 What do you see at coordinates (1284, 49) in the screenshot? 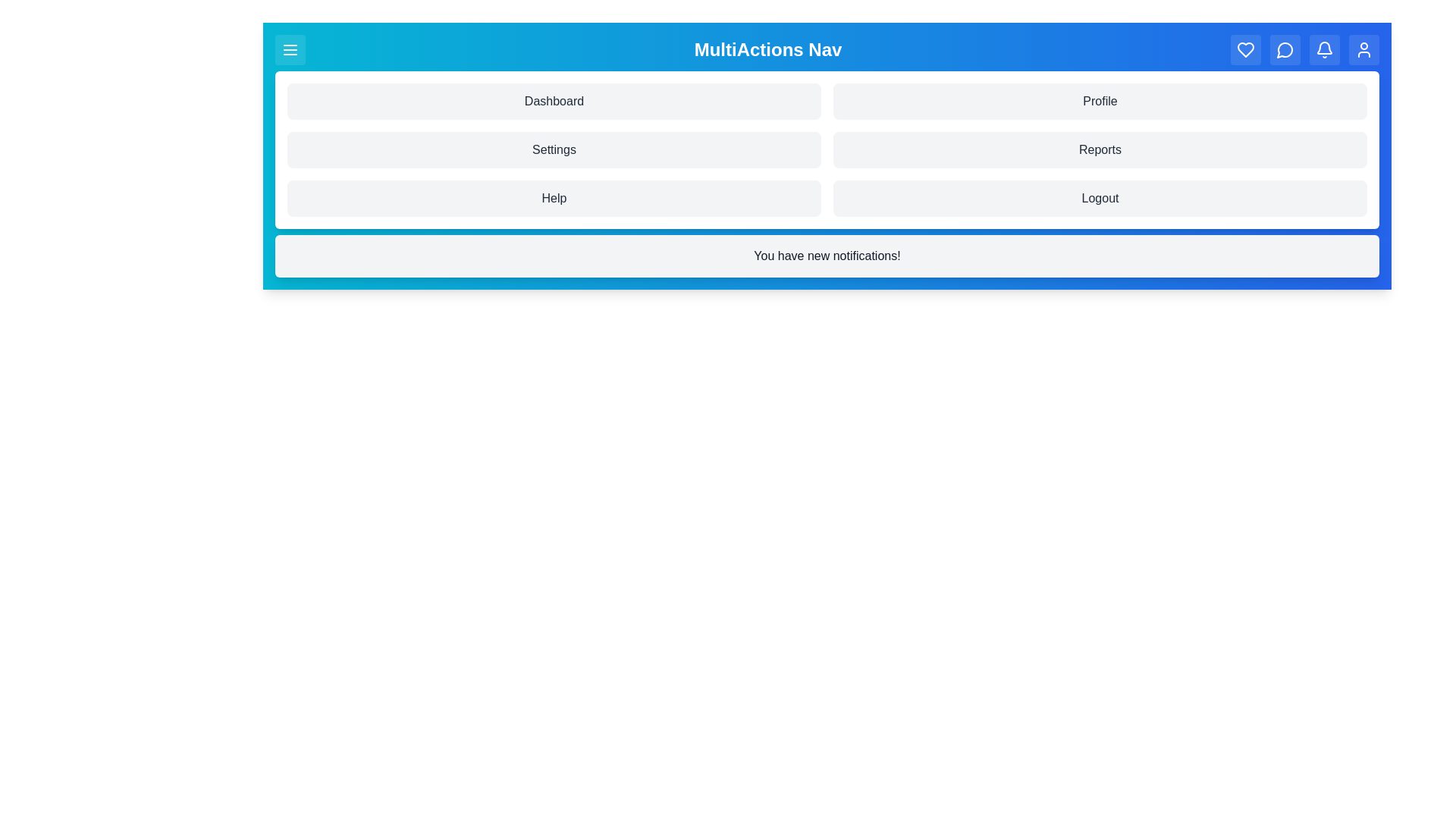
I see `the navigation button MessageCircle` at bounding box center [1284, 49].